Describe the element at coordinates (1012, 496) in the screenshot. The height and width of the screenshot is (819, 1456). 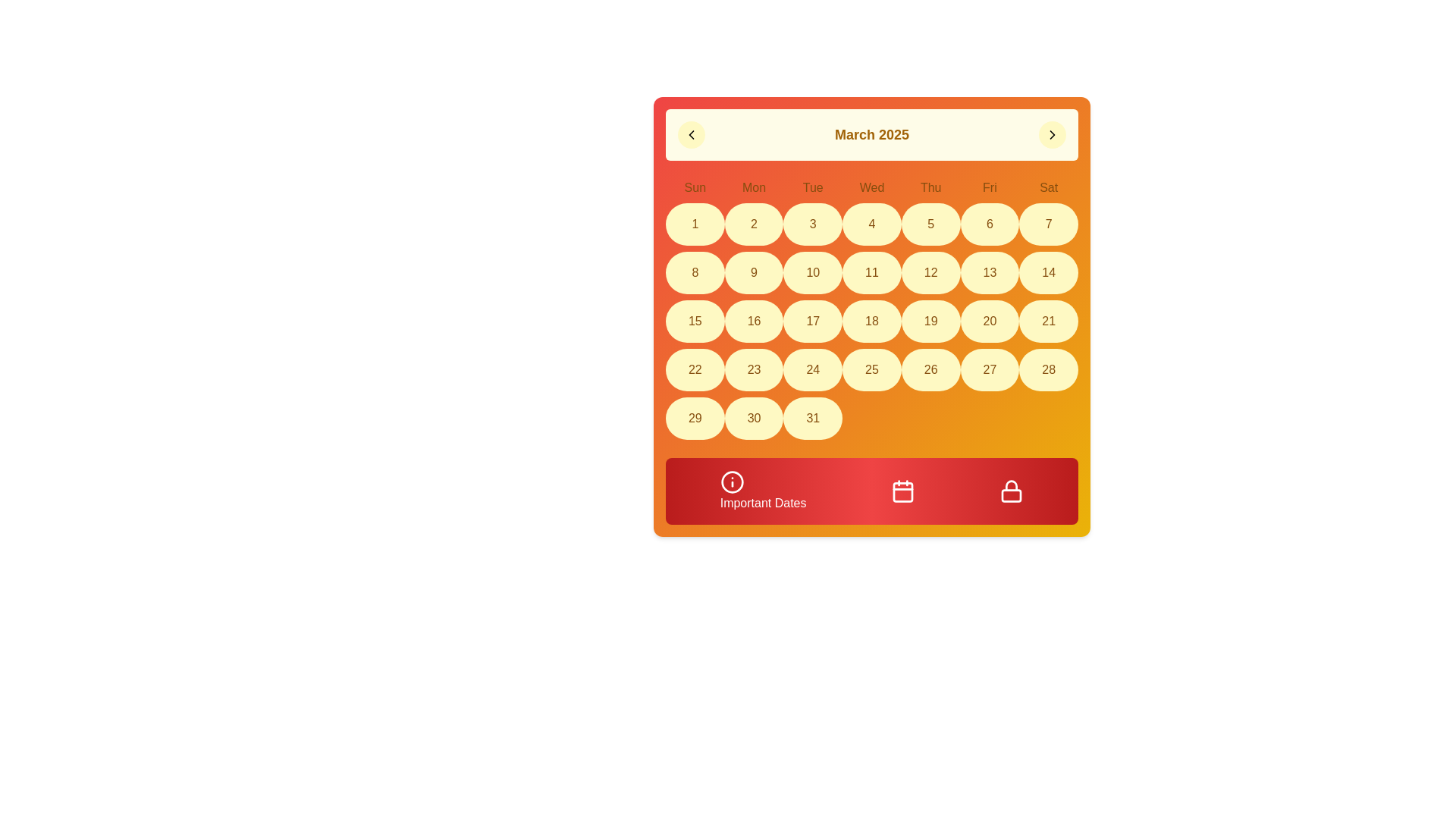
I see `the rectangular icon component that is part of the lock illustration located in the bottom-right corner of the interface` at that location.